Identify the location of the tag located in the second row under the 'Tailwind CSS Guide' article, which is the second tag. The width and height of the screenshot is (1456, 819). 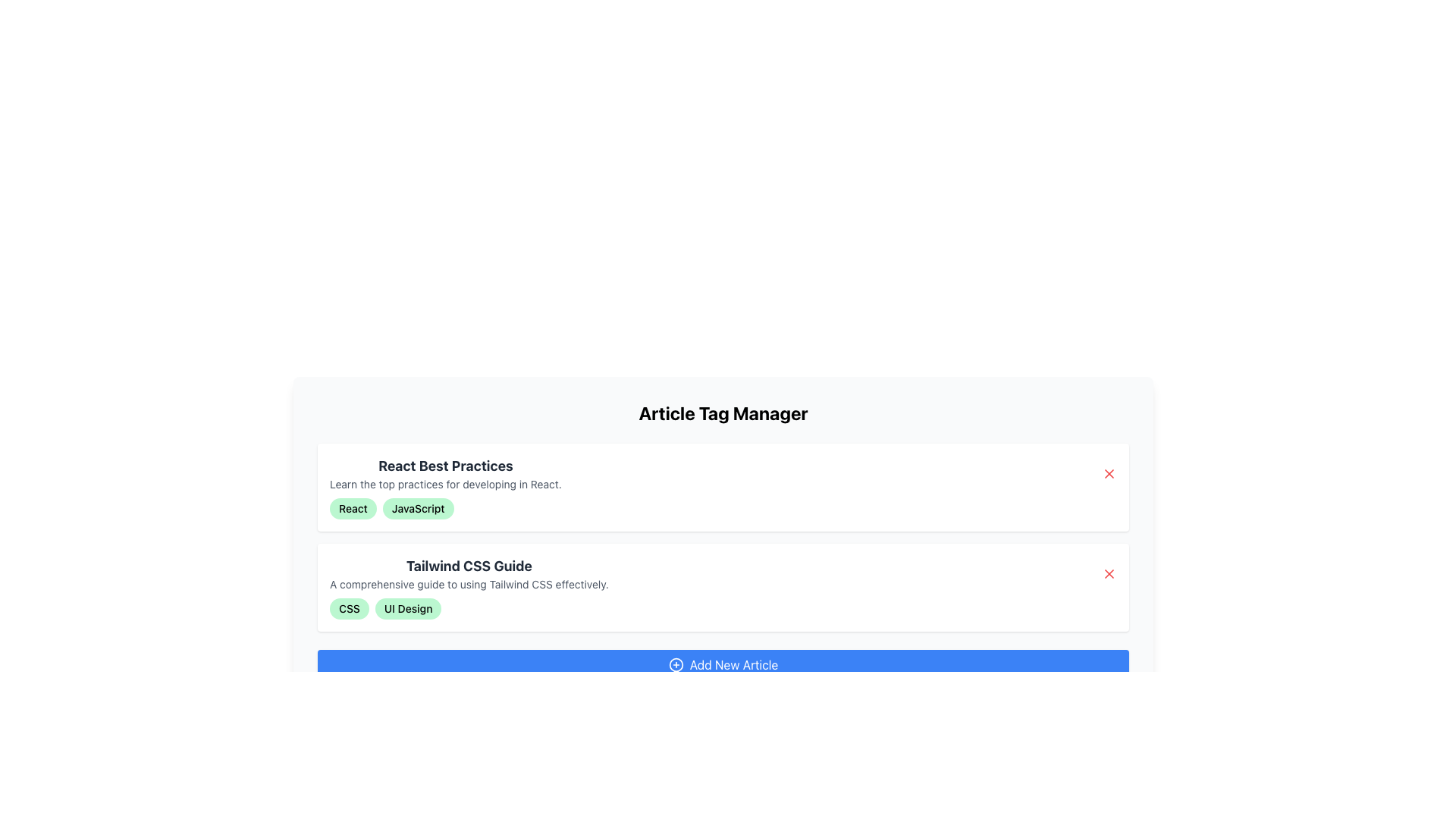
(408, 607).